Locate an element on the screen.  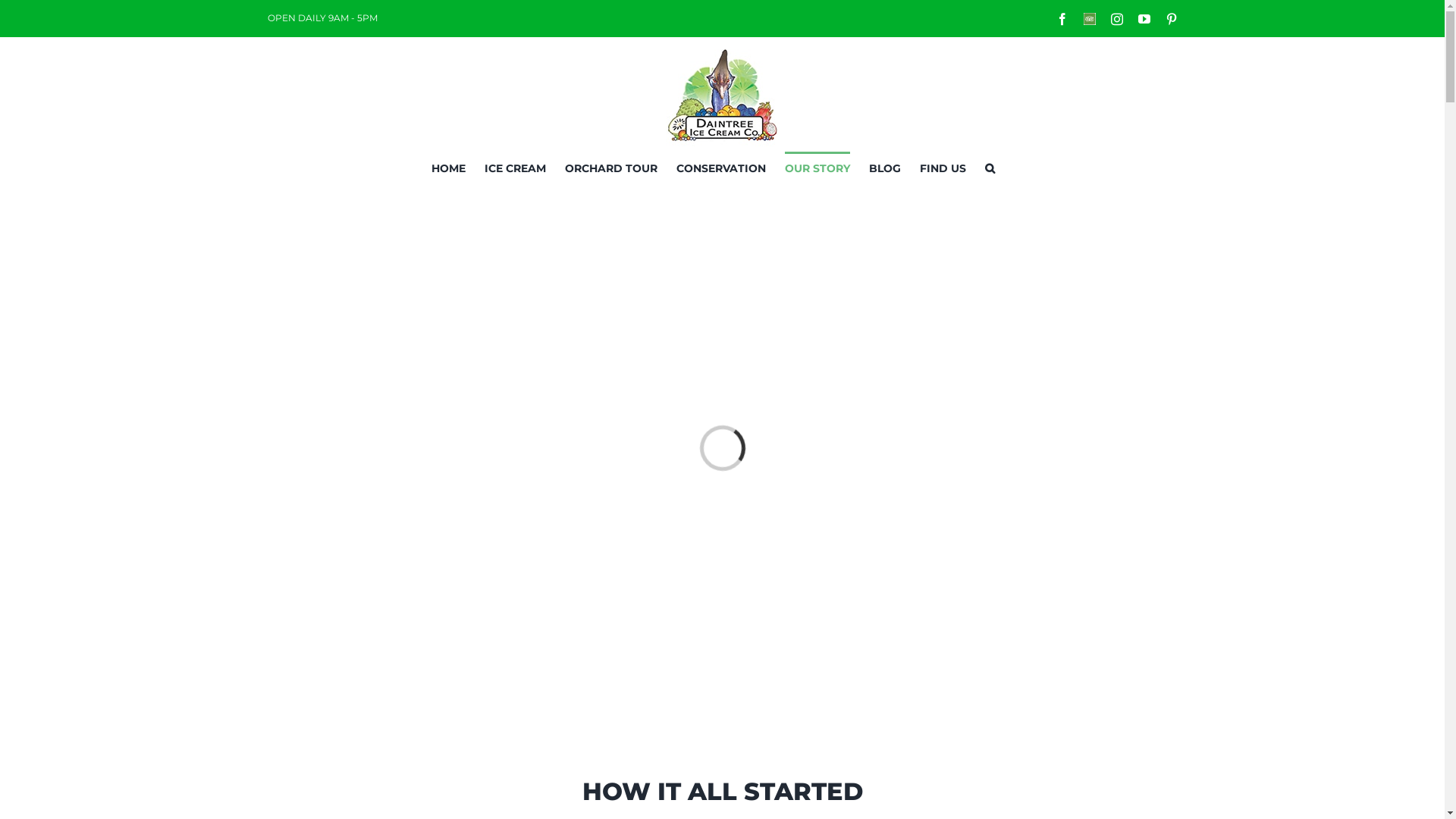
'HOME' is located at coordinates (447, 166).